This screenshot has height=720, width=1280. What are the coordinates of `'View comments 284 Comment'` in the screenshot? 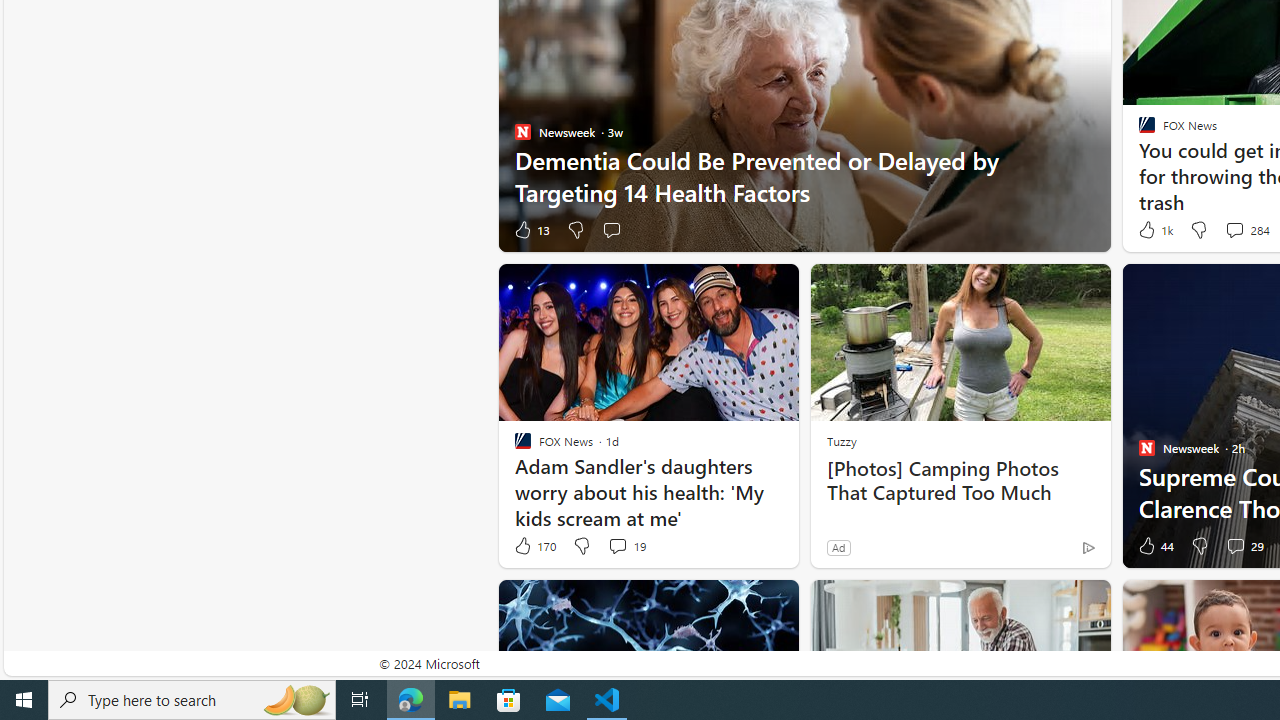 It's located at (1233, 229).